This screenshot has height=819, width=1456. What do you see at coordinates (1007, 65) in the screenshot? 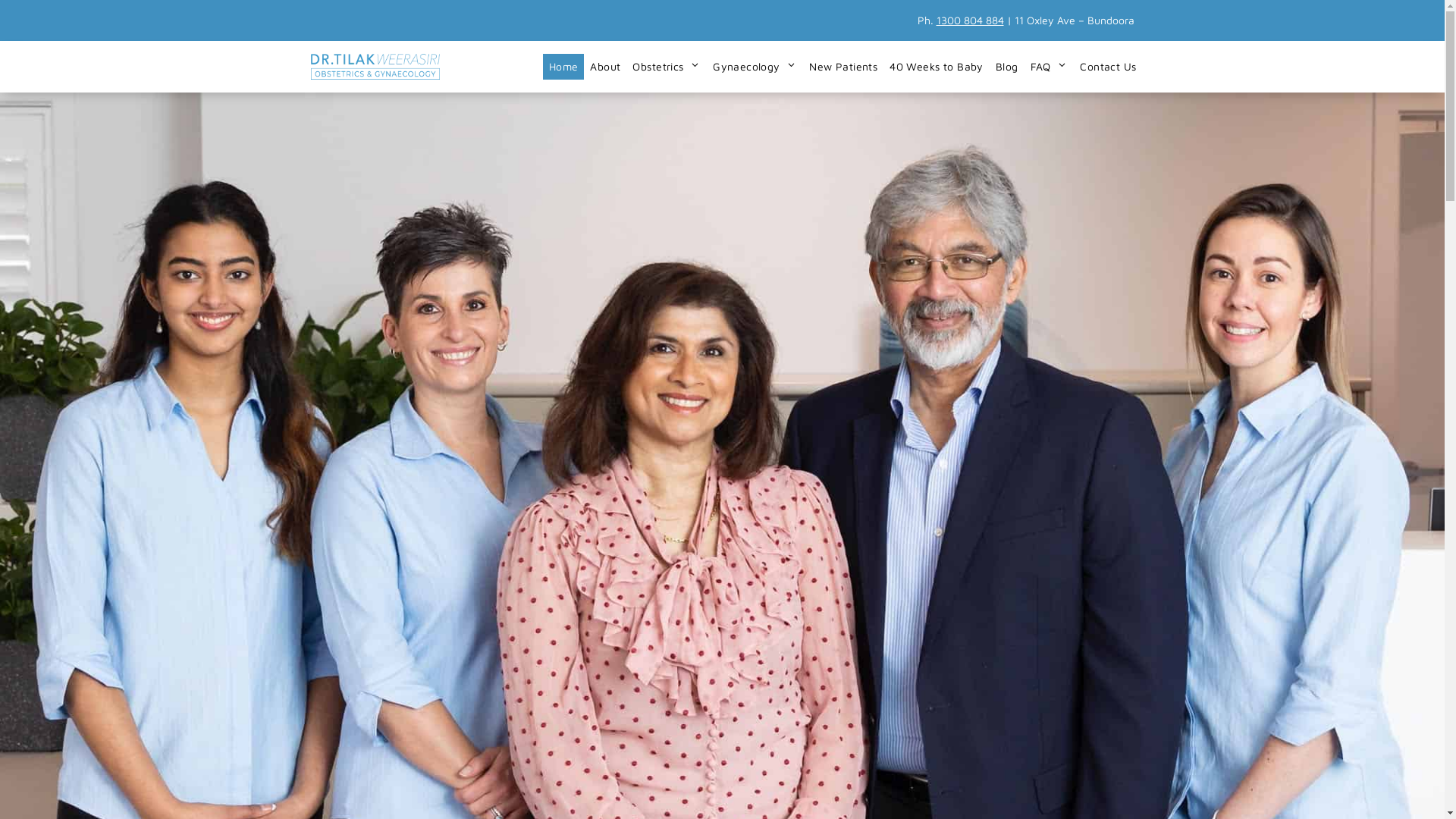
I see `'Blog'` at bounding box center [1007, 65].